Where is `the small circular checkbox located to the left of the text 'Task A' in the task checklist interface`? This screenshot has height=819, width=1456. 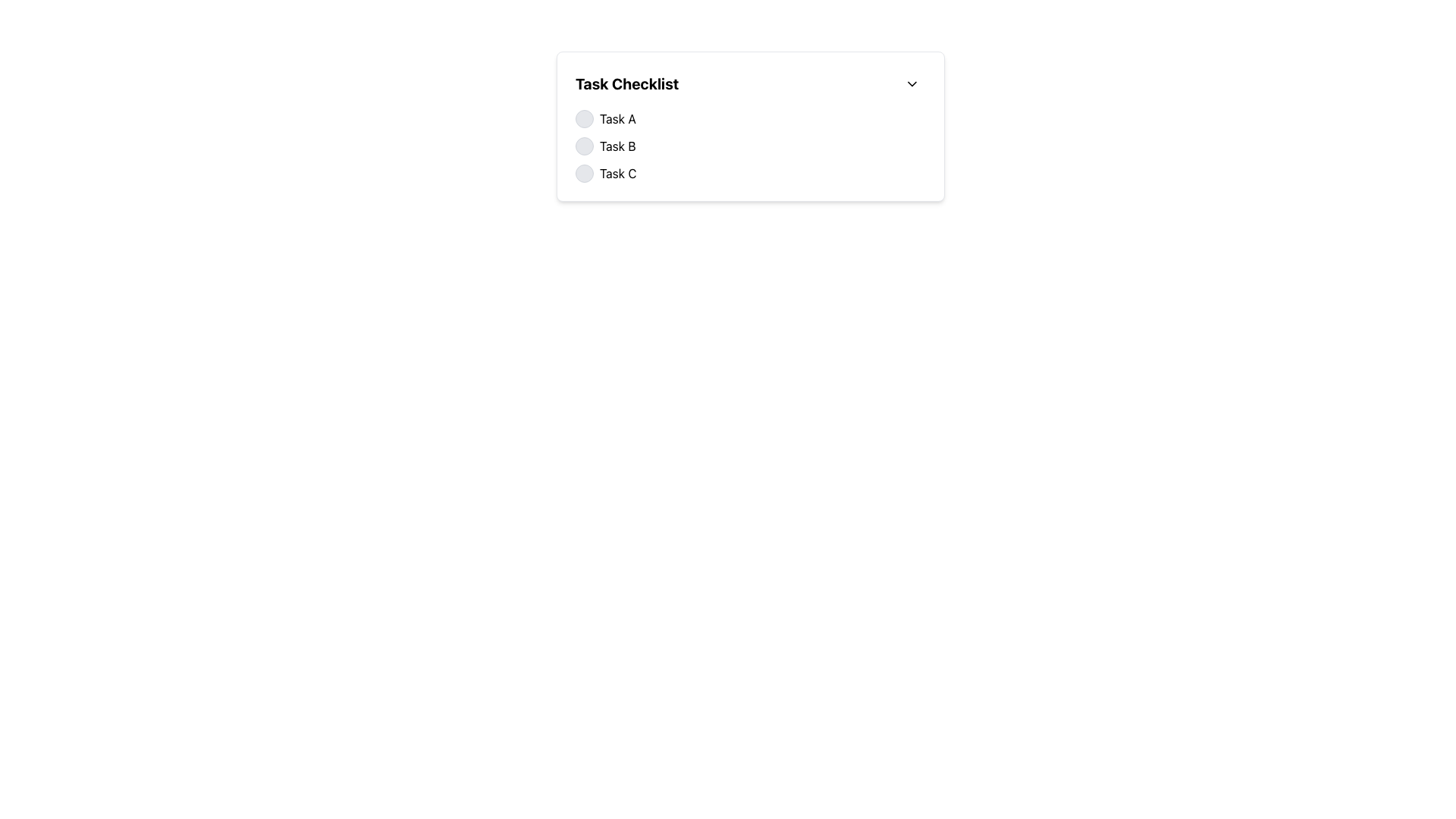
the small circular checkbox located to the left of the text 'Task A' in the task checklist interface is located at coordinates (584, 118).